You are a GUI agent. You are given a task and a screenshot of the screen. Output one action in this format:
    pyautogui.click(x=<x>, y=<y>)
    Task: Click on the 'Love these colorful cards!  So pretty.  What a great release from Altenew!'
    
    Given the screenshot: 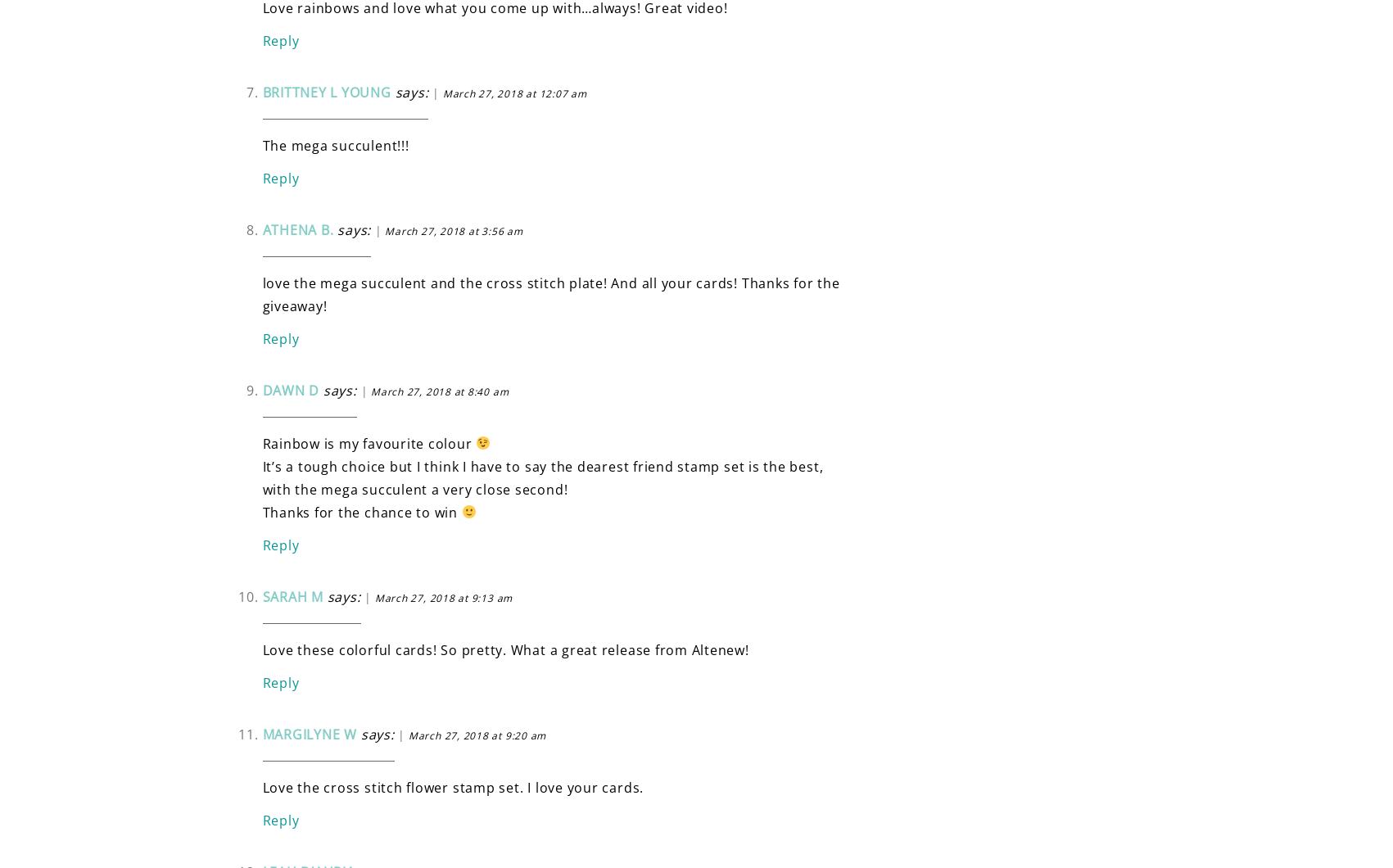 What is the action you would take?
    pyautogui.click(x=504, y=648)
    